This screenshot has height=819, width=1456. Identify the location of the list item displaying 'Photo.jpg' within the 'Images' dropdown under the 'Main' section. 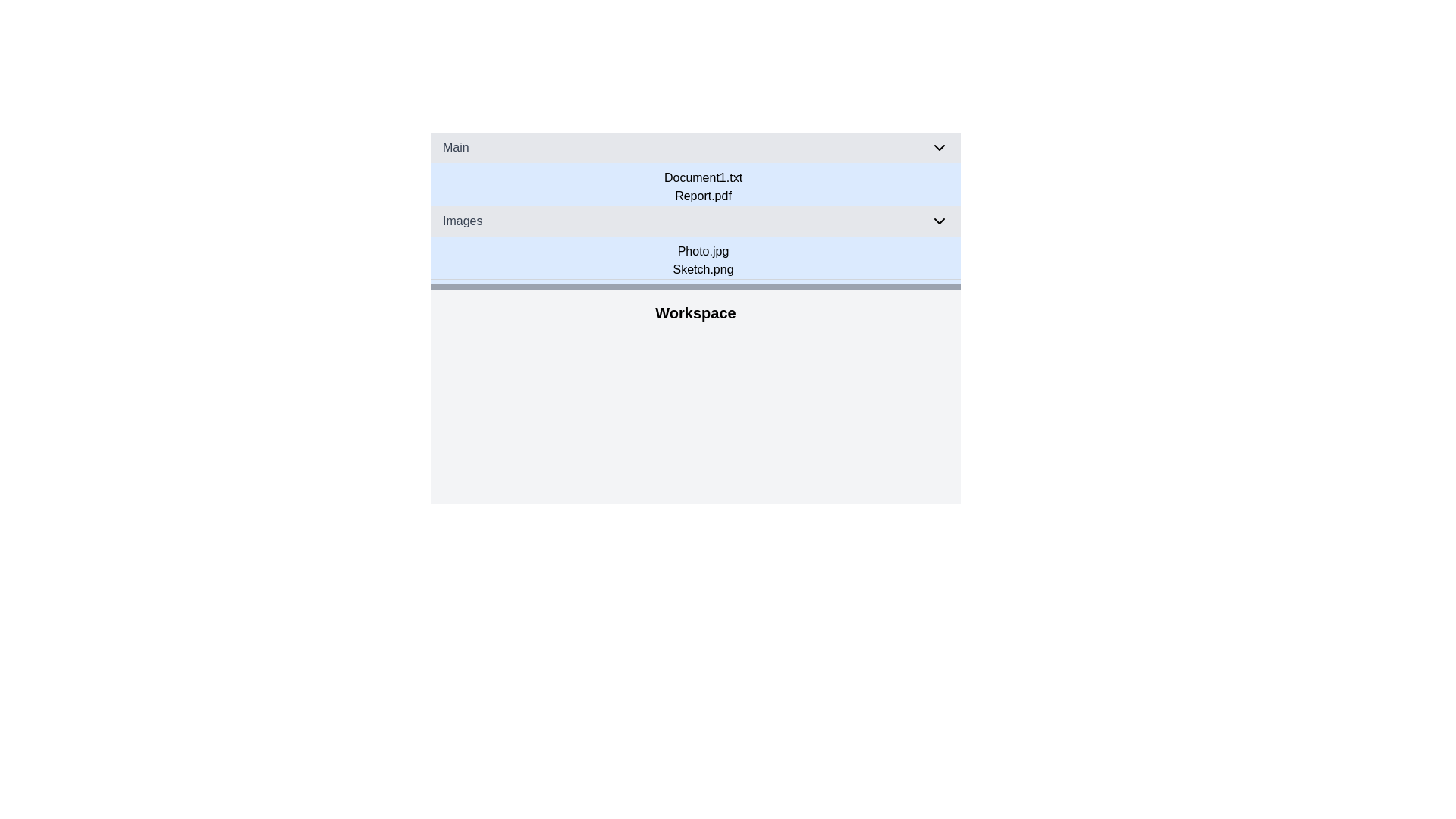
(702, 250).